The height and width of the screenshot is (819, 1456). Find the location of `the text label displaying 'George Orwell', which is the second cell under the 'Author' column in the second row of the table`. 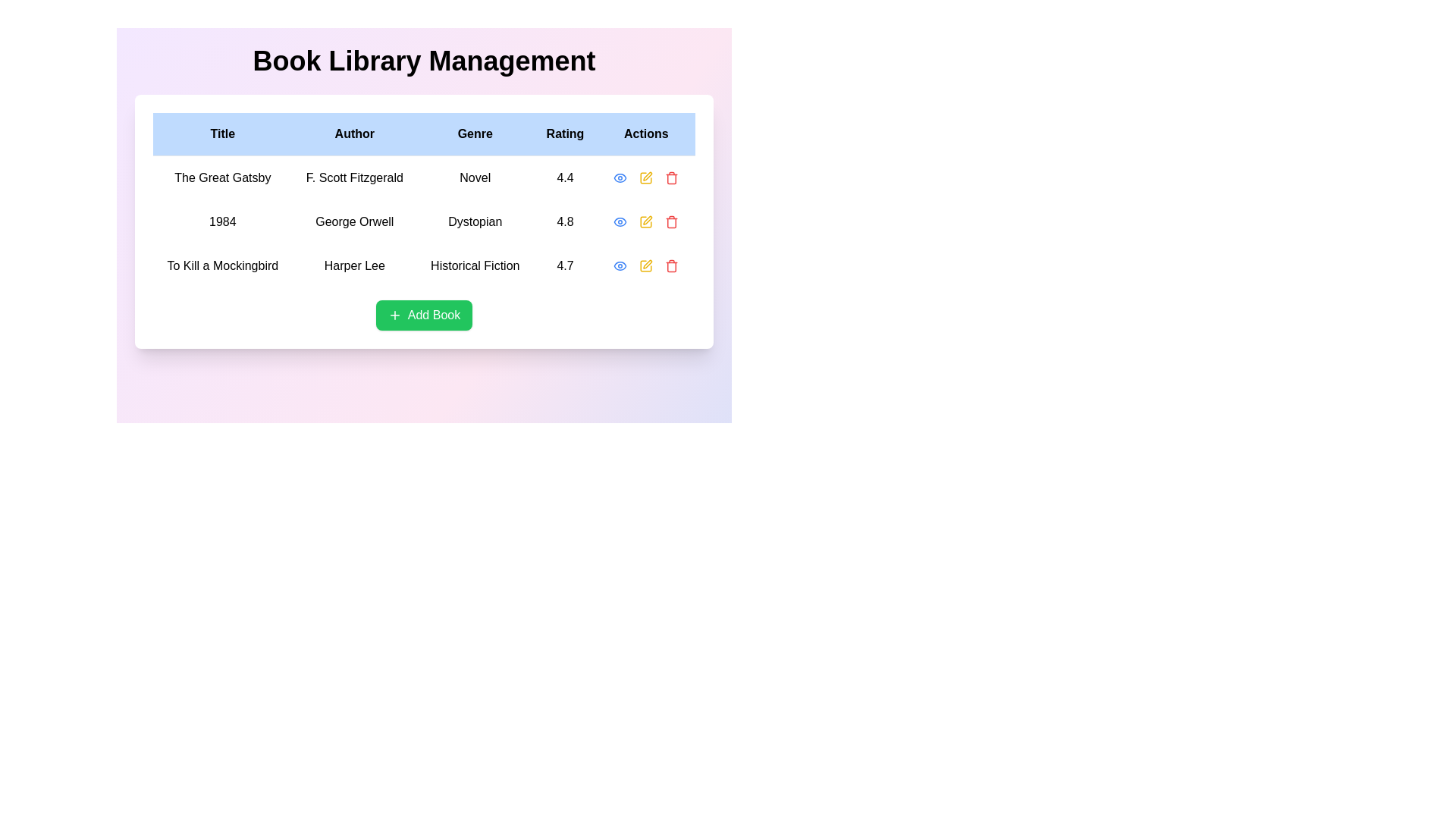

the text label displaying 'George Orwell', which is the second cell under the 'Author' column in the second row of the table is located at coordinates (353, 222).